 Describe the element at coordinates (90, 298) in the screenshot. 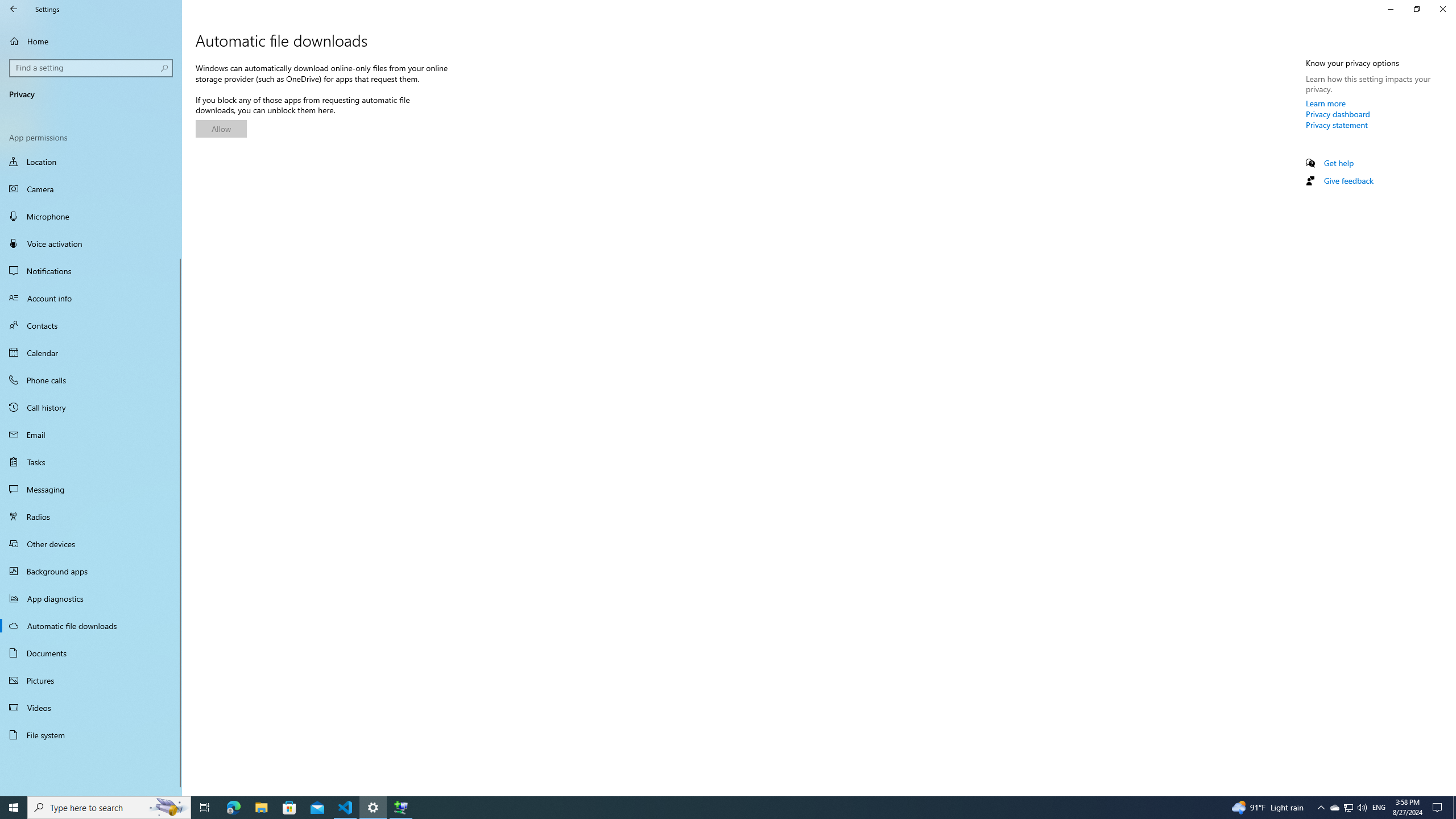

I see `'Account info'` at that location.